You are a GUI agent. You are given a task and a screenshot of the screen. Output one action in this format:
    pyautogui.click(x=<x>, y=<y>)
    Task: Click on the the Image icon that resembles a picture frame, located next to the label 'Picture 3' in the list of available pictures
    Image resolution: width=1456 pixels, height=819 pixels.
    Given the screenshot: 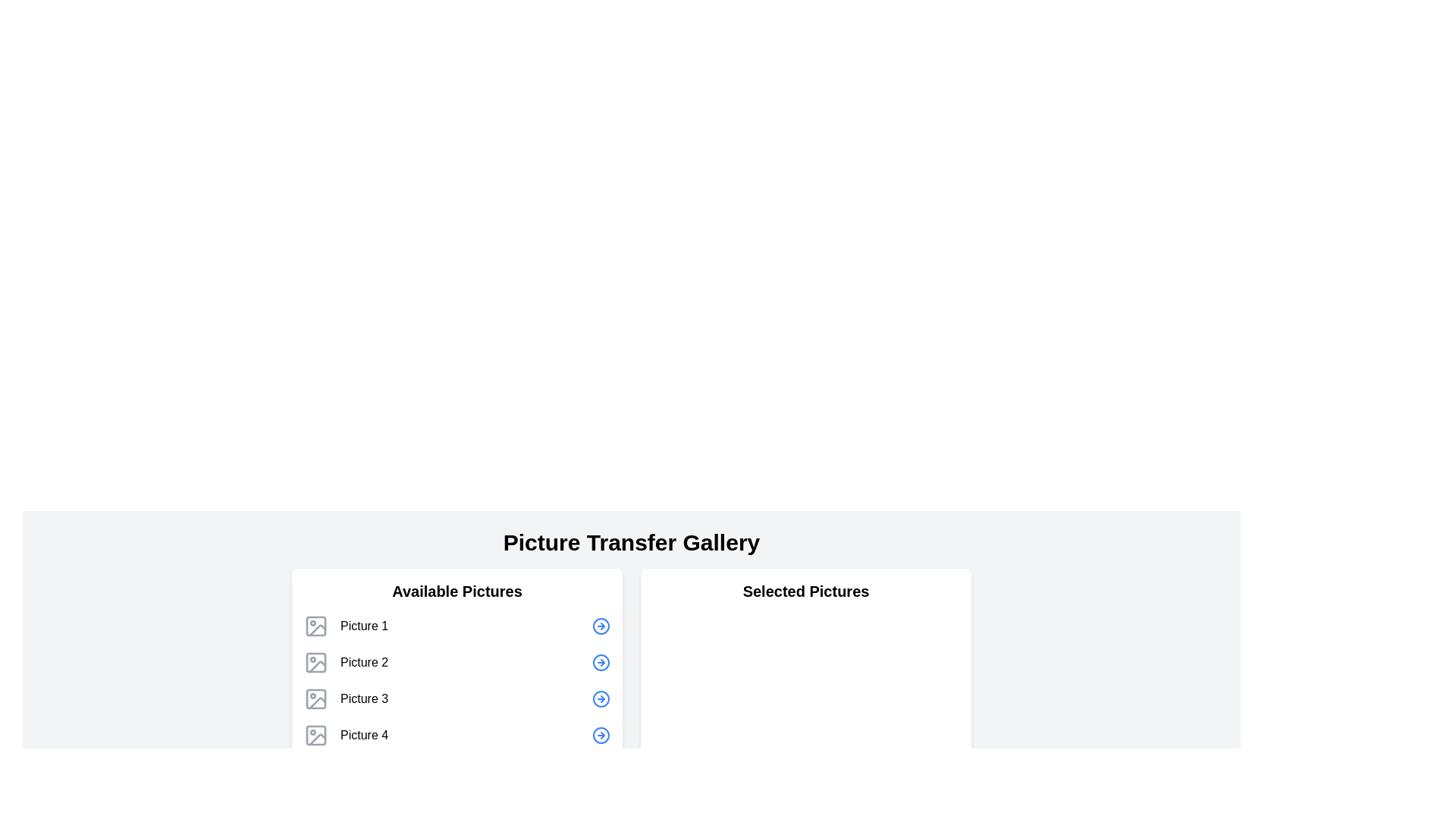 What is the action you would take?
    pyautogui.click(x=315, y=698)
    